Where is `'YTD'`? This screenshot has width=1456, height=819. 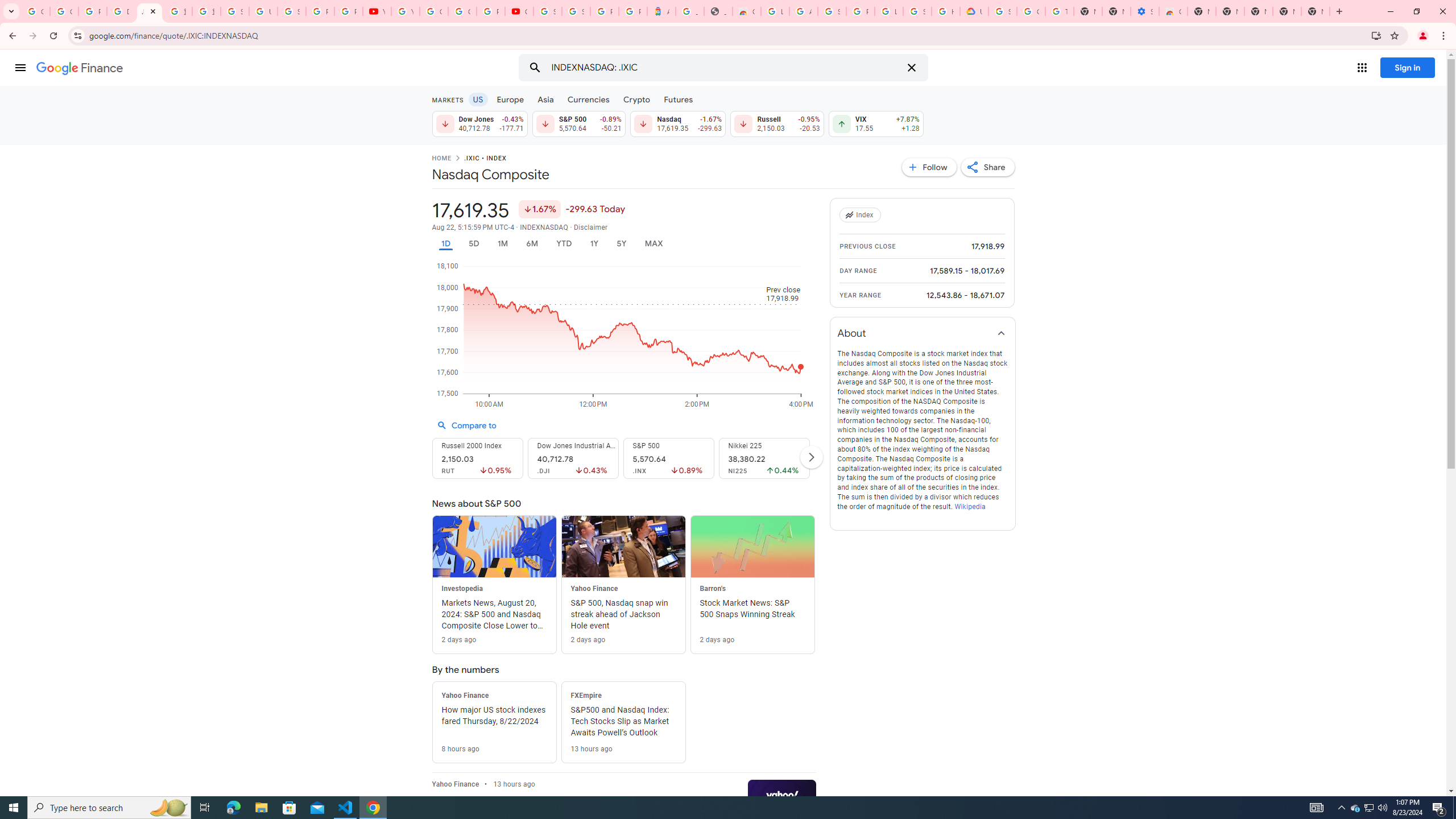
'YTD' is located at coordinates (563, 243).